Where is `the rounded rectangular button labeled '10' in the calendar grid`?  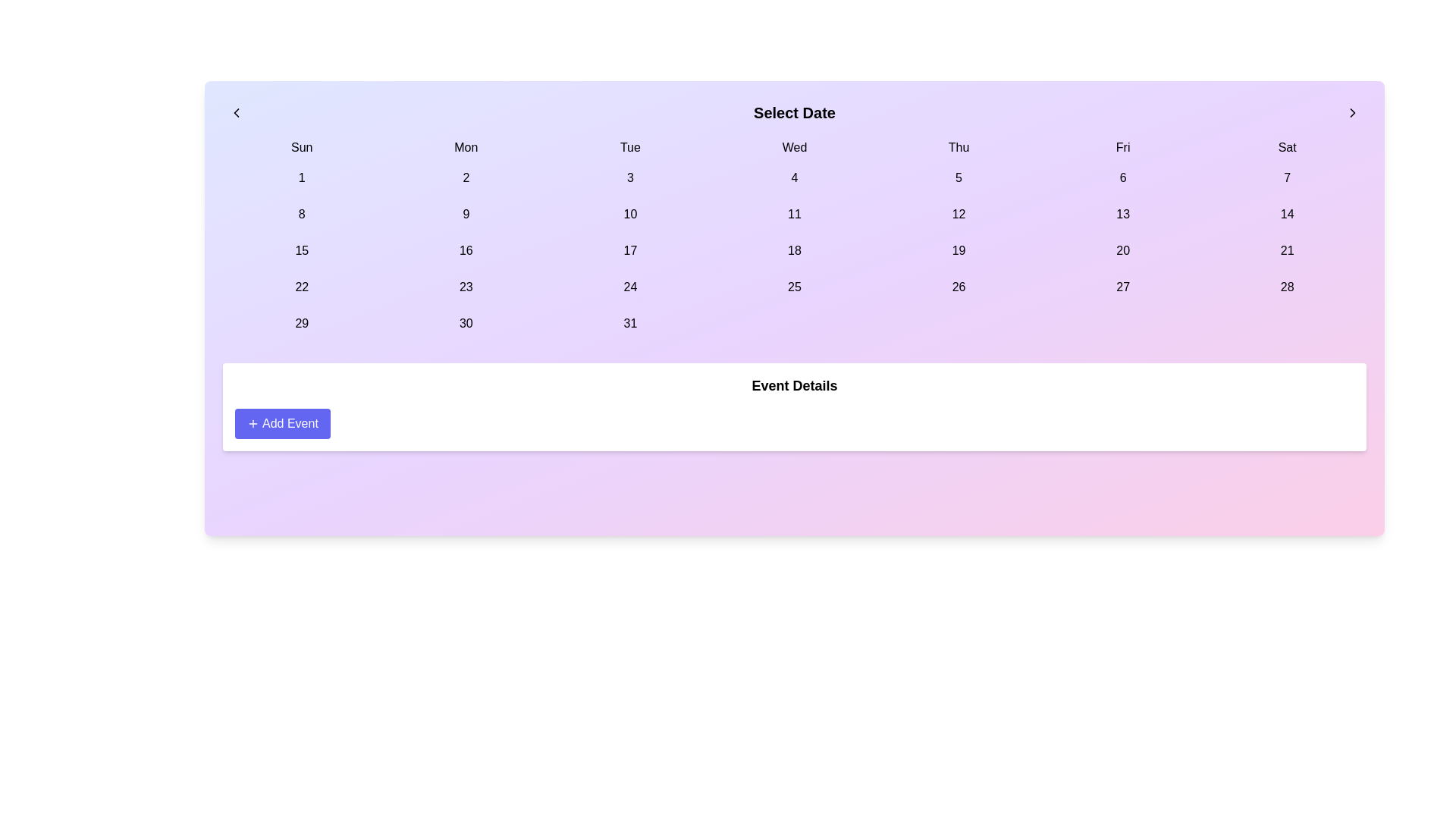 the rounded rectangular button labeled '10' in the calendar grid is located at coordinates (630, 214).